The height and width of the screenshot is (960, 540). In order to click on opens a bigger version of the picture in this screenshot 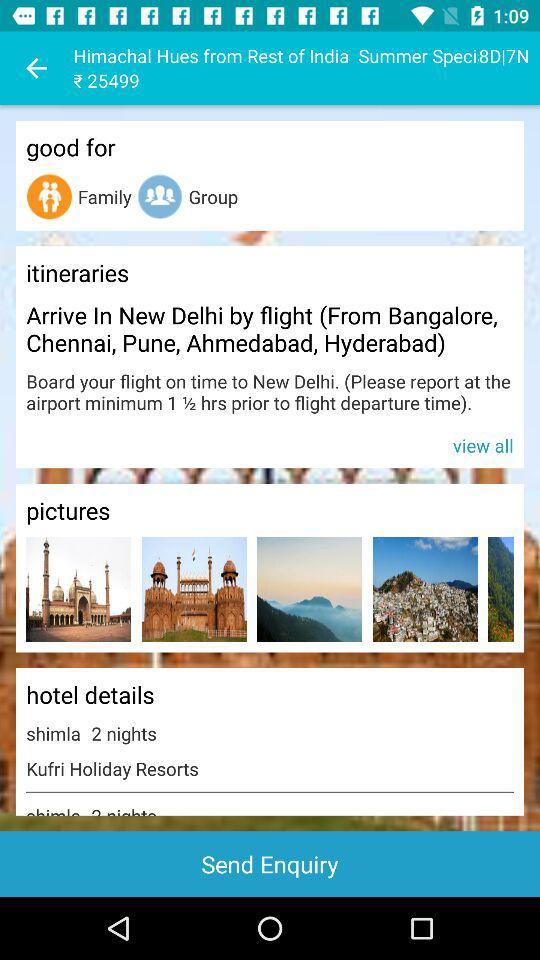, I will do `click(194, 589)`.